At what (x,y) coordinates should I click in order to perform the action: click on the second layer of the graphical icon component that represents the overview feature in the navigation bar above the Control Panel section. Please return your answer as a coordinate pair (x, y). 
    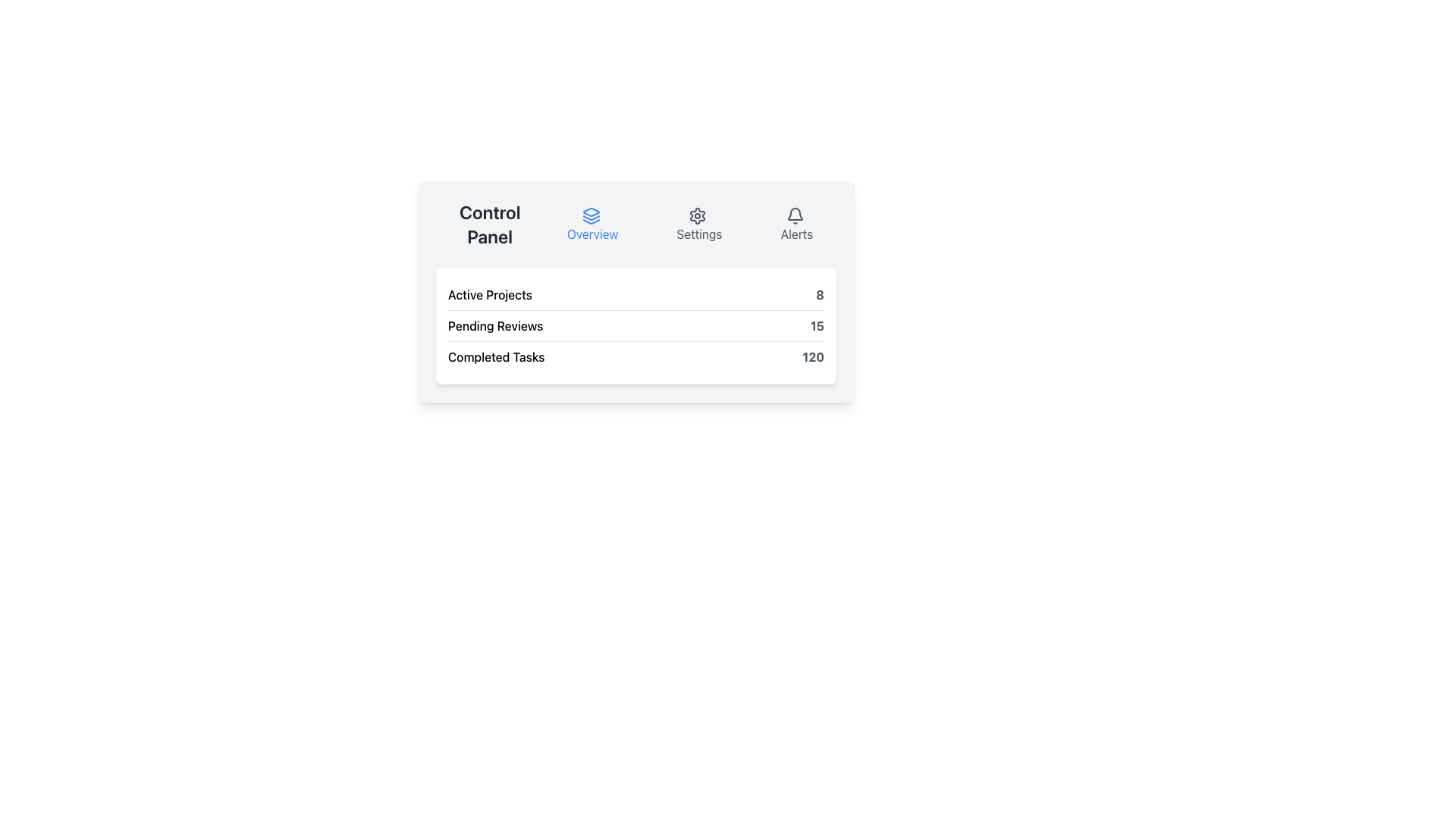
    Looking at the image, I should click on (590, 218).